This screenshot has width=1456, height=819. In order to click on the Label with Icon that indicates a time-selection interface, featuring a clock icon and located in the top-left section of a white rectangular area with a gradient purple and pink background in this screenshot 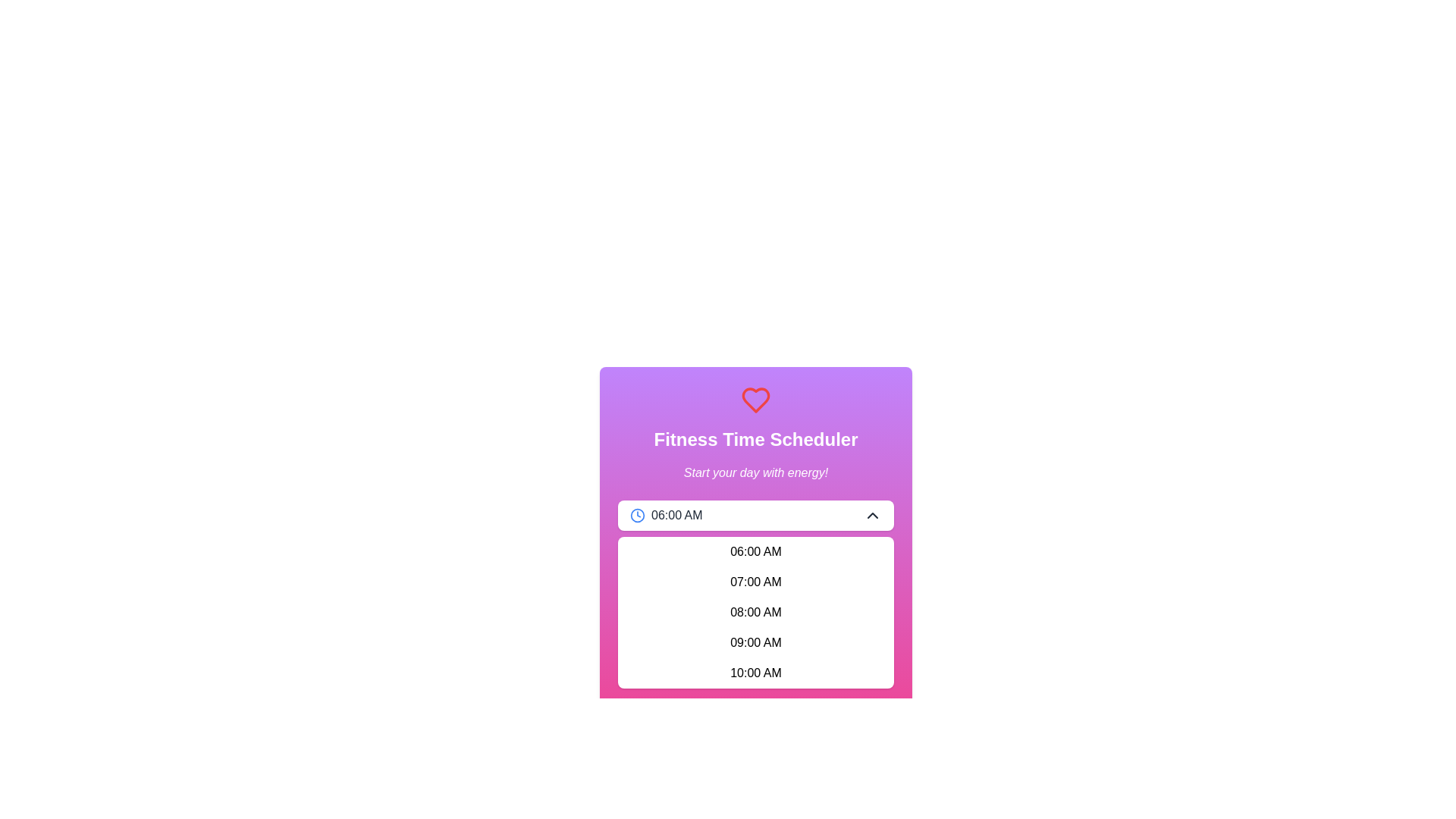, I will do `click(666, 514)`.